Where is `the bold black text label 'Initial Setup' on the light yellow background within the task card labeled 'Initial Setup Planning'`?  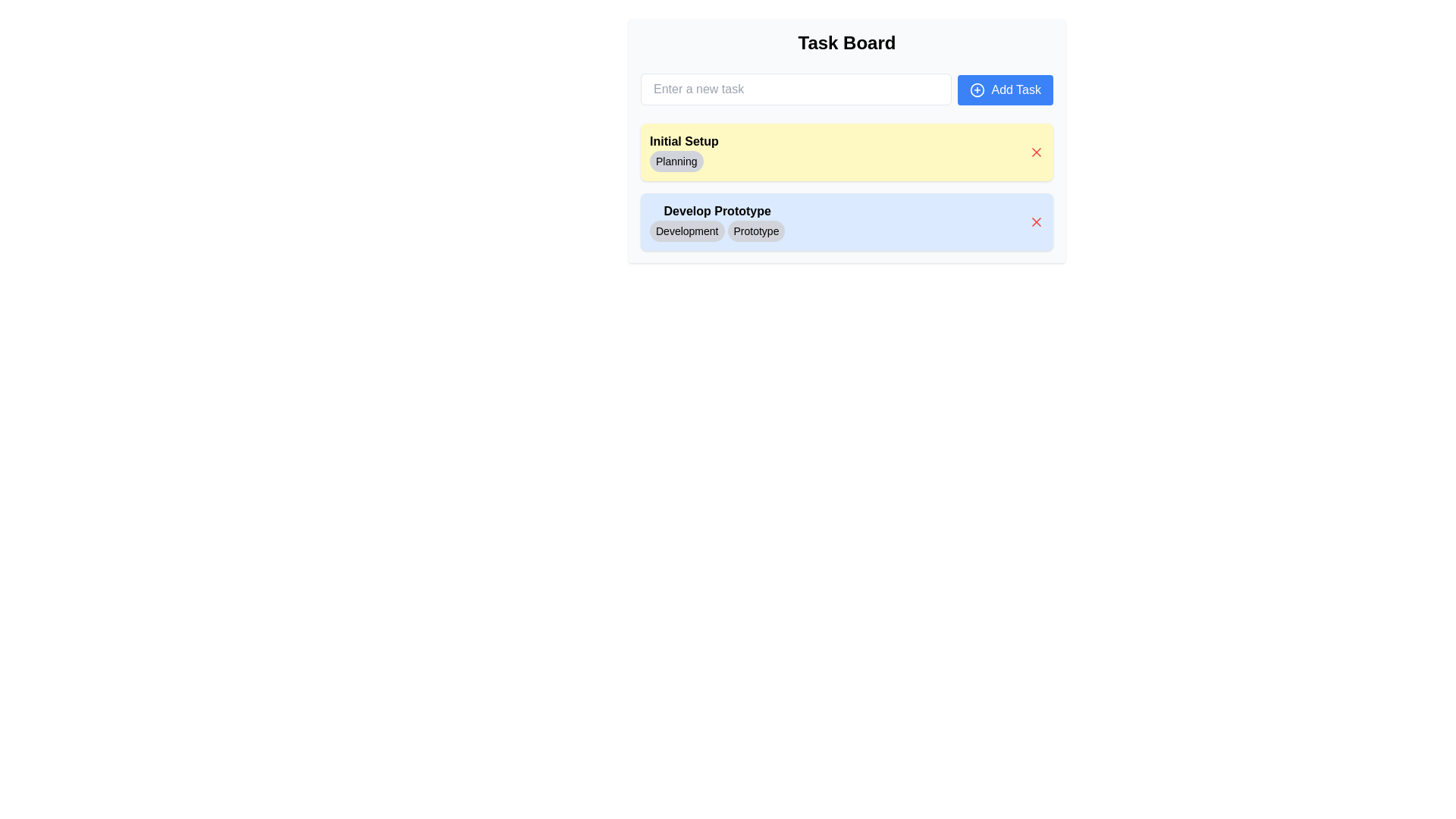
the bold black text label 'Initial Setup' on the light yellow background within the task card labeled 'Initial Setup Planning' is located at coordinates (683, 141).